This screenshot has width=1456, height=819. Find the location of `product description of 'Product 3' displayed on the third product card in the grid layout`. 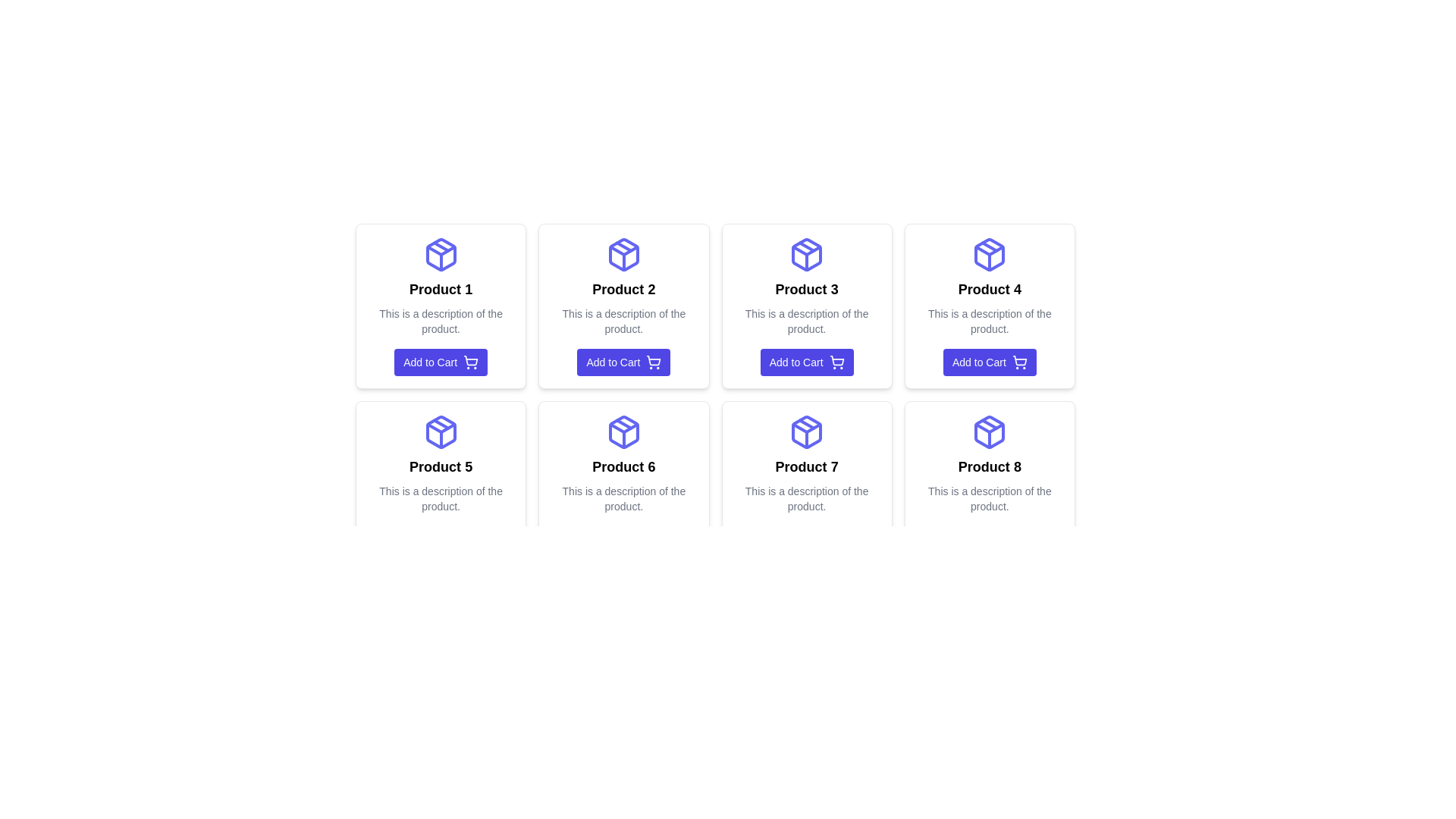

product description of 'Product 3' displayed on the third product card in the grid layout is located at coordinates (806, 306).